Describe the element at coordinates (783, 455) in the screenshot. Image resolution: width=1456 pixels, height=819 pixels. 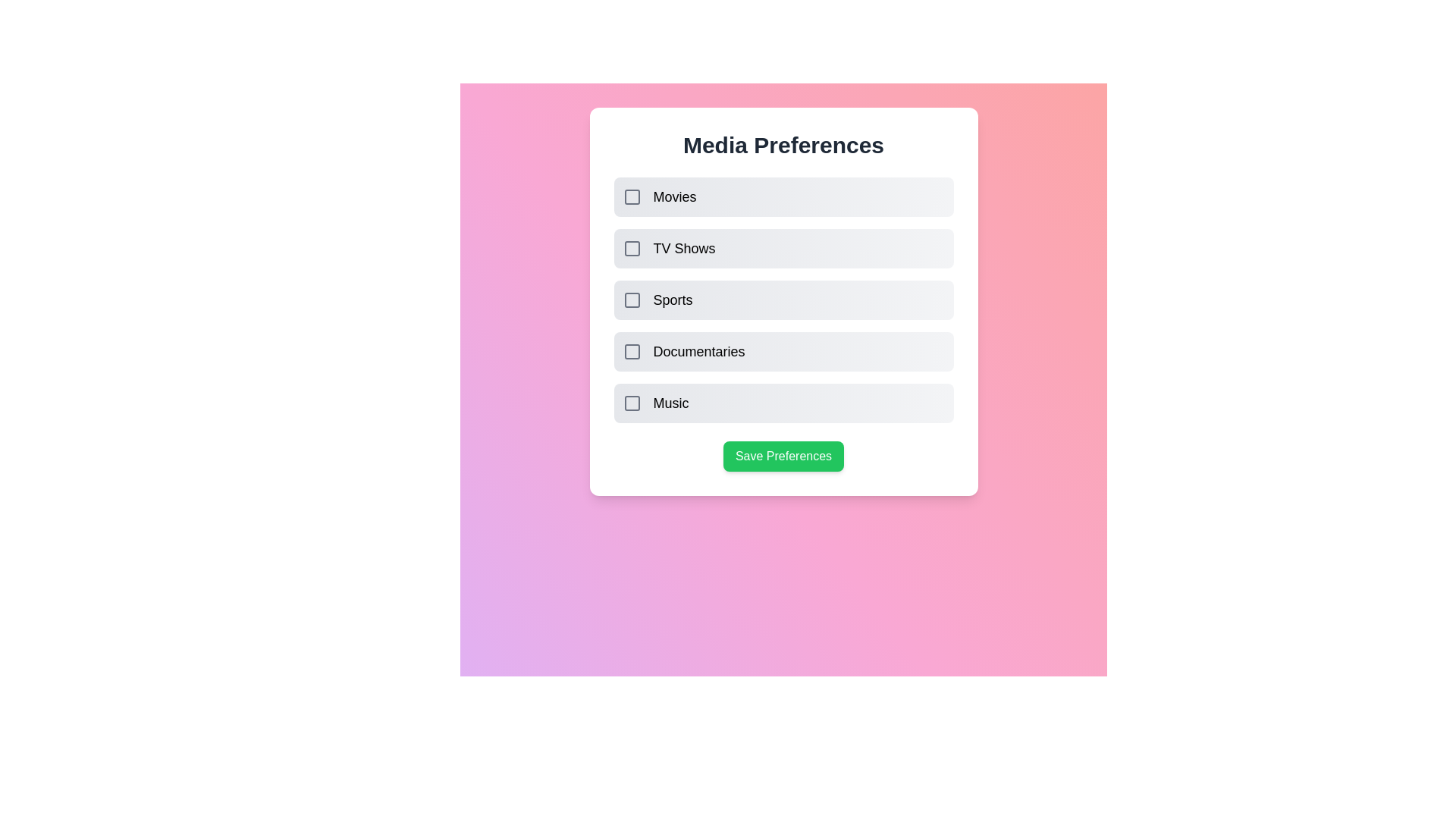
I see `'Save Preferences' button to save the user's media preferences` at that location.